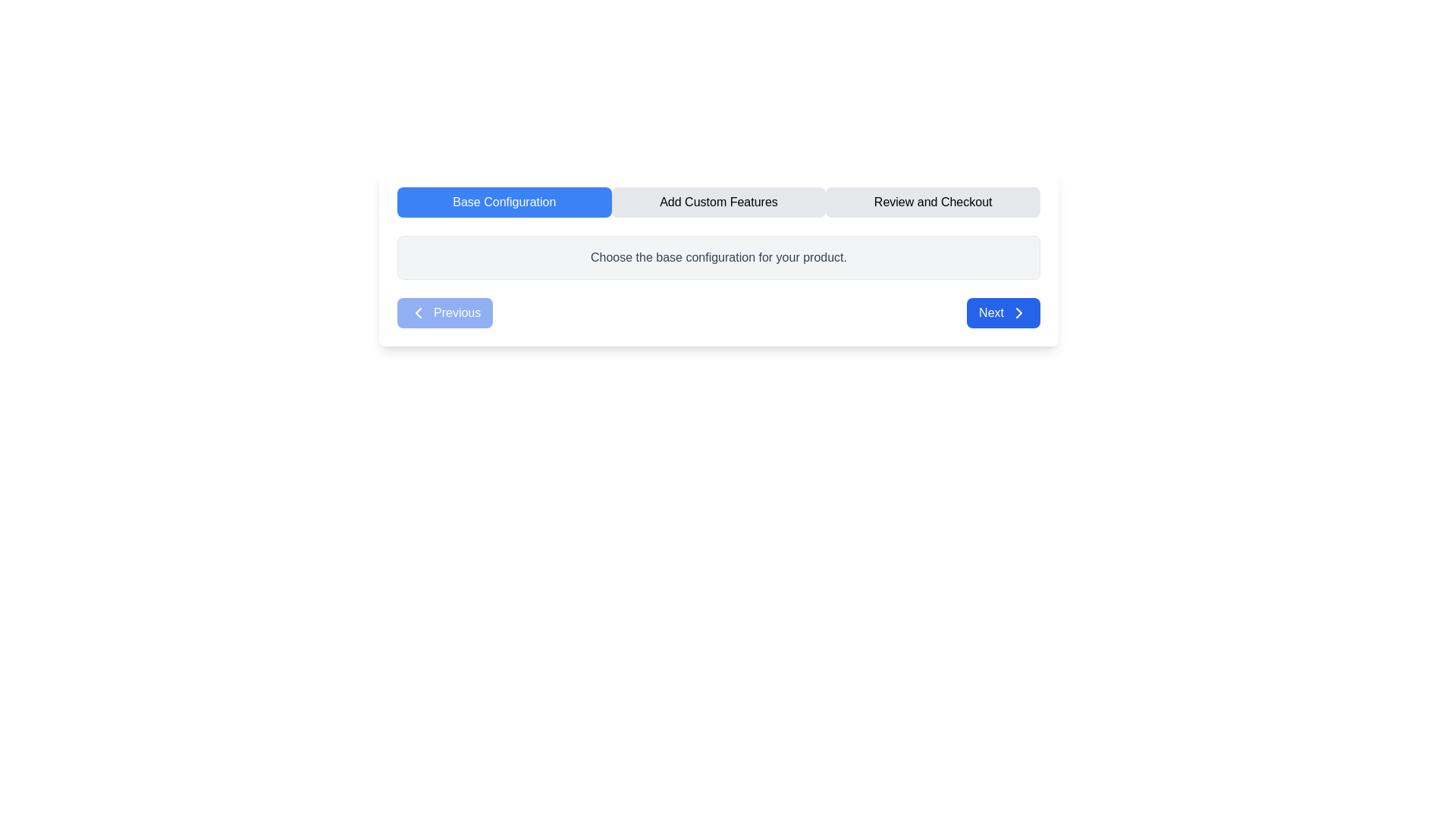 This screenshot has width=1456, height=819. I want to click on the blue rectangular button labeled 'Base Configuration', so click(504, 201).